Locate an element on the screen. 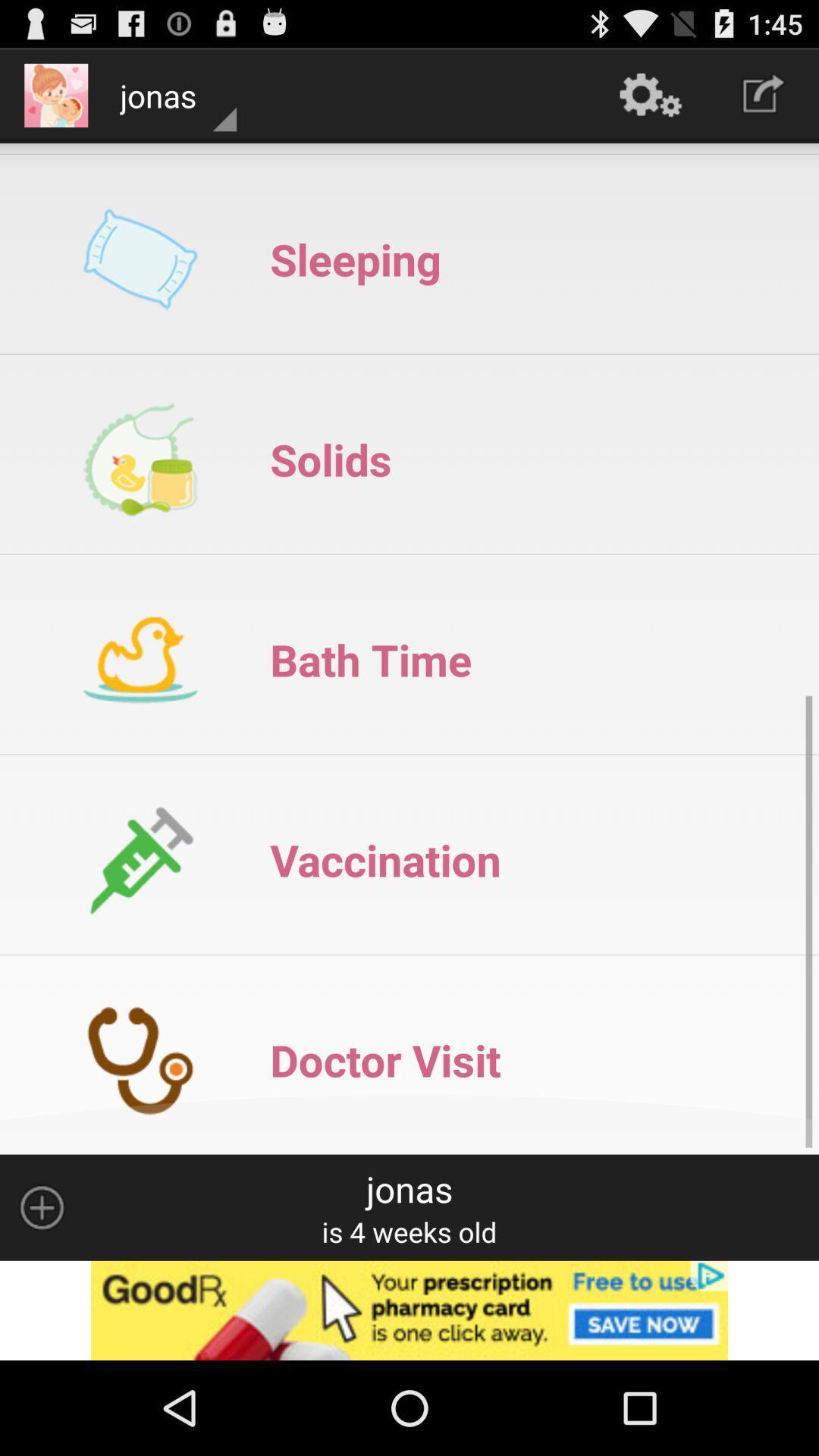  option is located at coordinates (41, 1207).